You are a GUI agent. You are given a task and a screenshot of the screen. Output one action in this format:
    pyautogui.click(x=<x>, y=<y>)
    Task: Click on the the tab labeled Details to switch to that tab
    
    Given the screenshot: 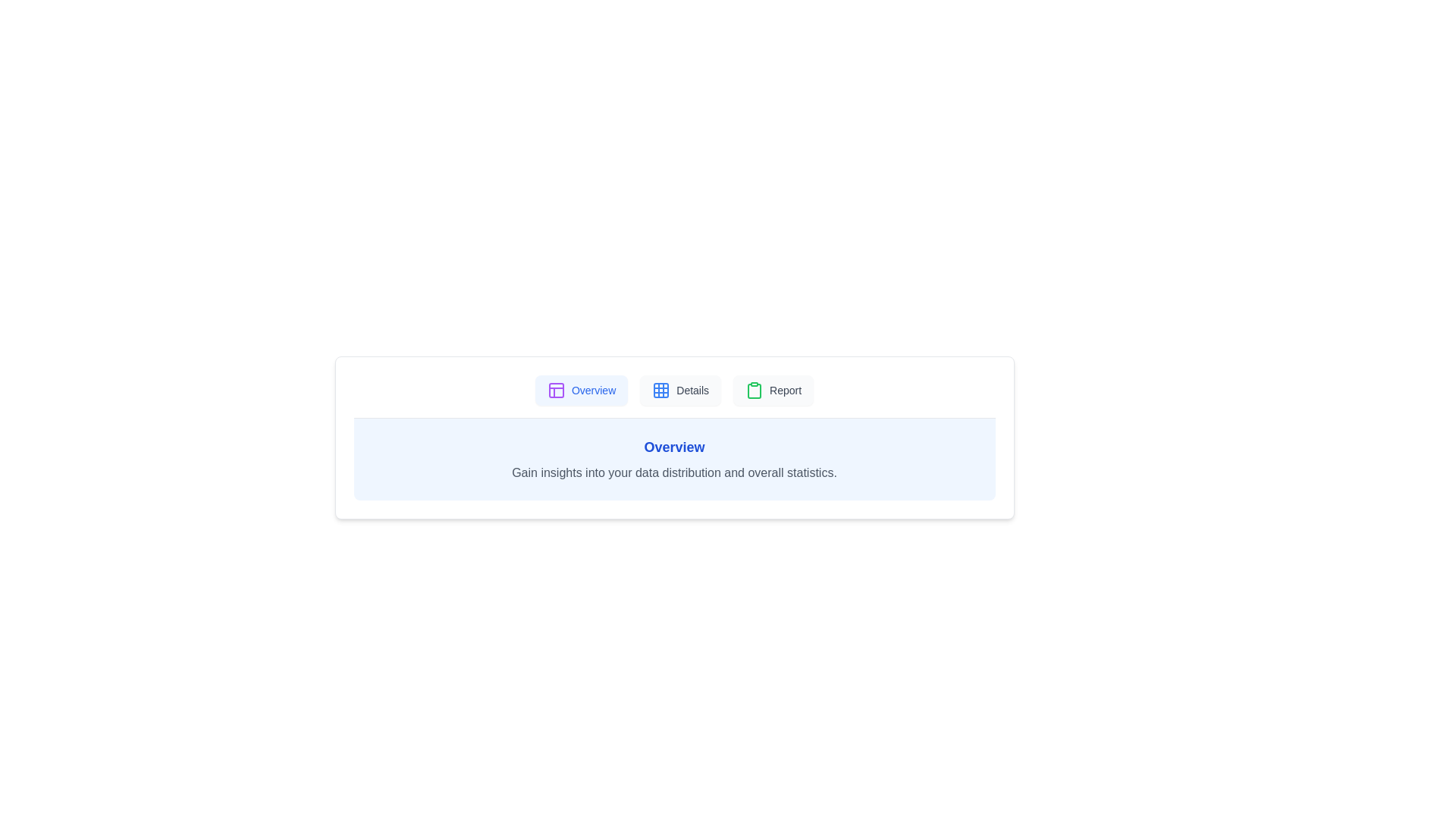 What is the action you would take?
    pyautogui.click(x=679, y=390)
    